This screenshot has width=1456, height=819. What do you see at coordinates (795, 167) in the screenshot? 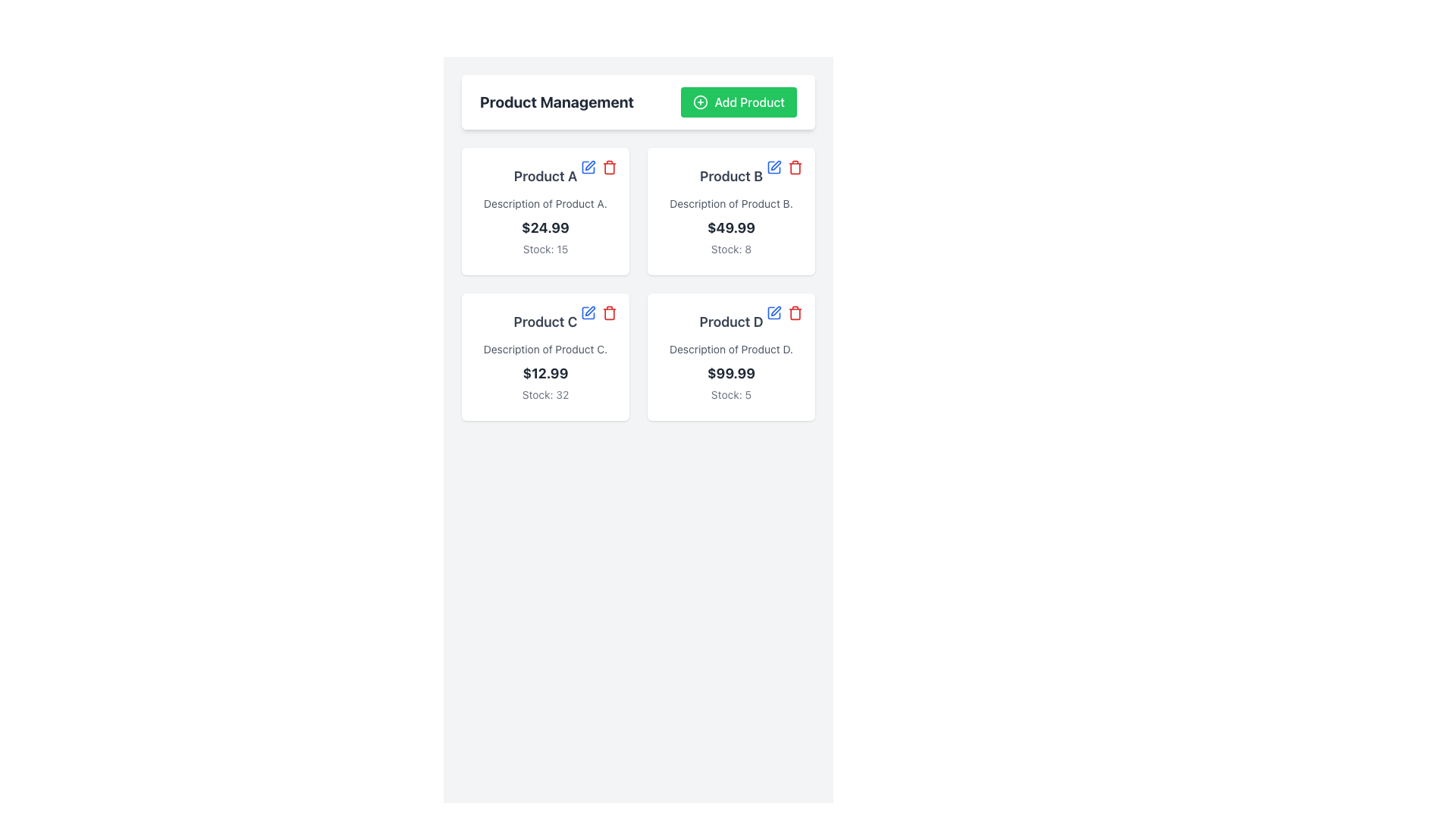
I see `the Trash Icon button located at the top-right corner of the product card for 'Product B'` at bounding box center [795, 167].